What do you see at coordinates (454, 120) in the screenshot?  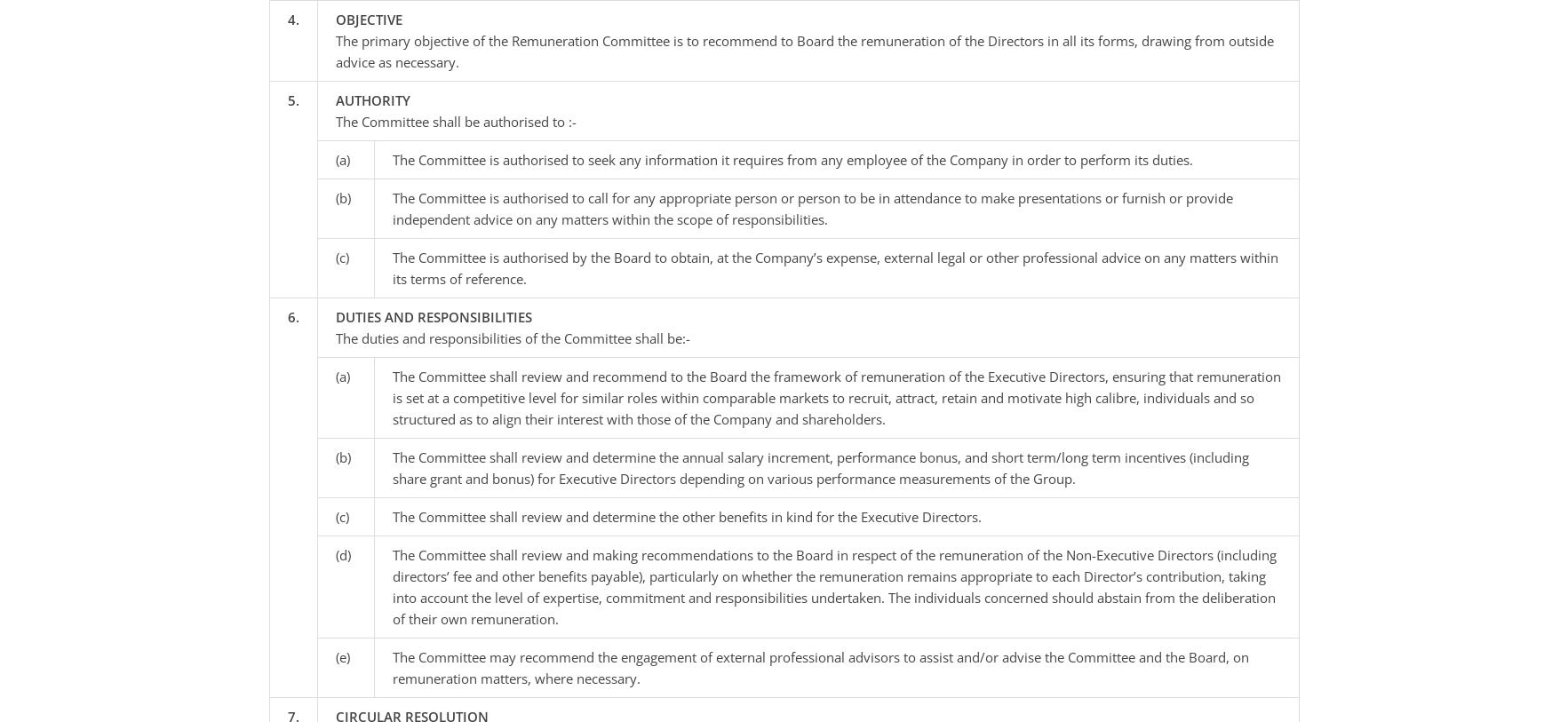 I see `'The Committee shall be authorised to :-'` at bounding box center [454, 120].